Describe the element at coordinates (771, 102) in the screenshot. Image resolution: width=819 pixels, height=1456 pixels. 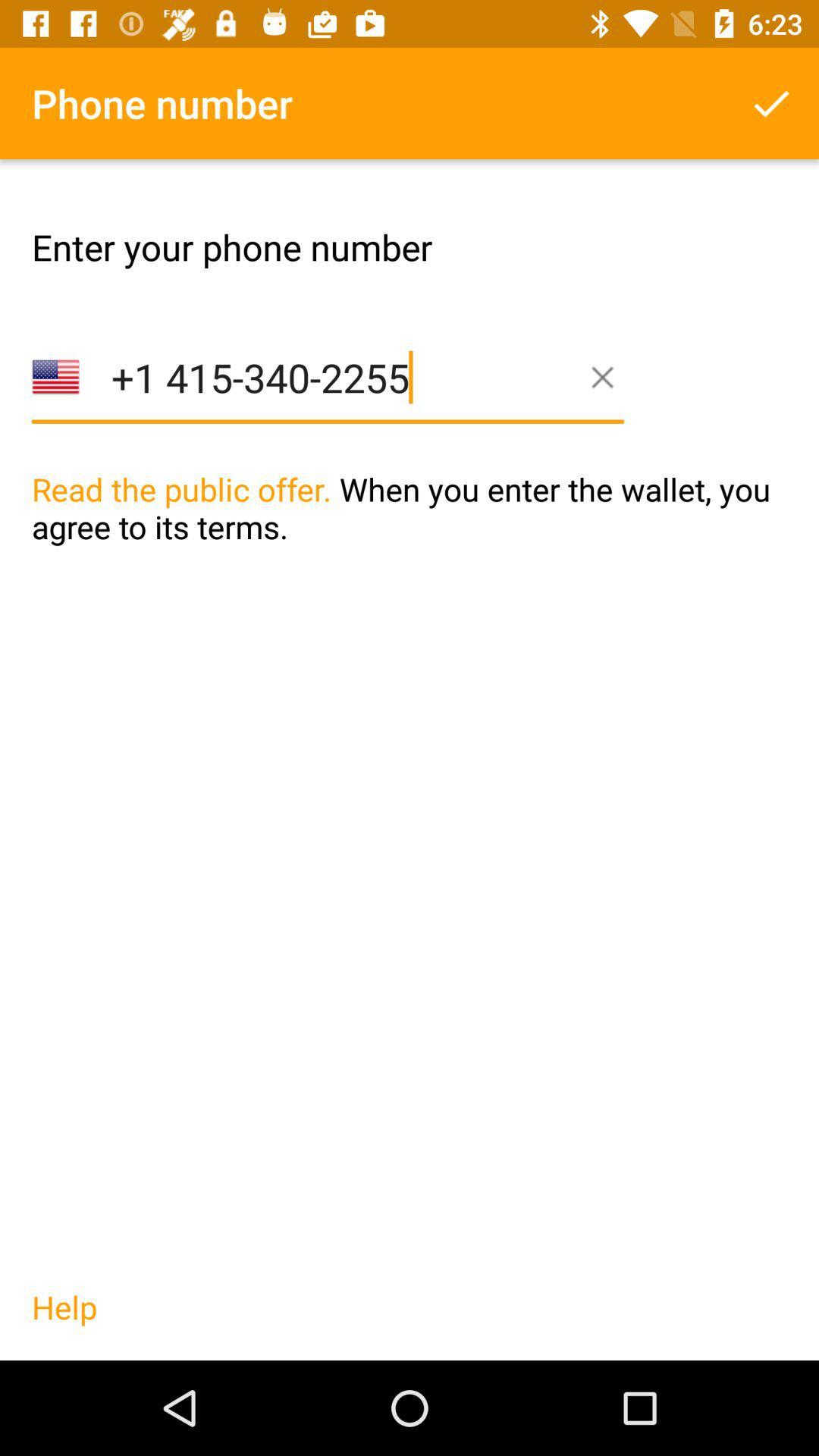
I see `finish` at that location.